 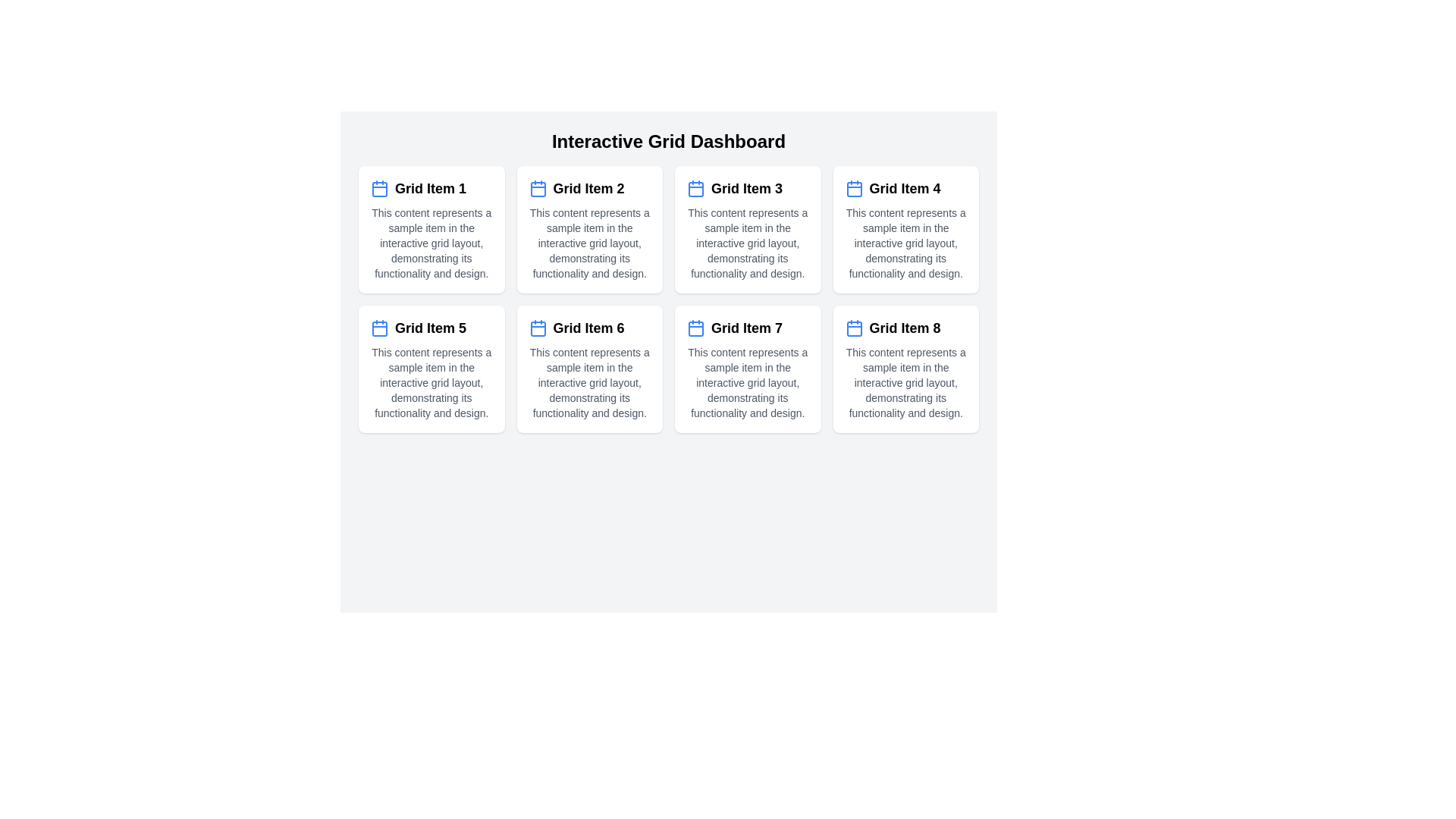 What do you see at coordinates (905, 382) in the screenshot?
I see `the text label located below the header 'Grid Item 8' in the eighth grid item card, which contains the text 'This content represents a sample item in the interactive grid layout, demonstrating its functionality and design.'` at bounding box center [905, 382].